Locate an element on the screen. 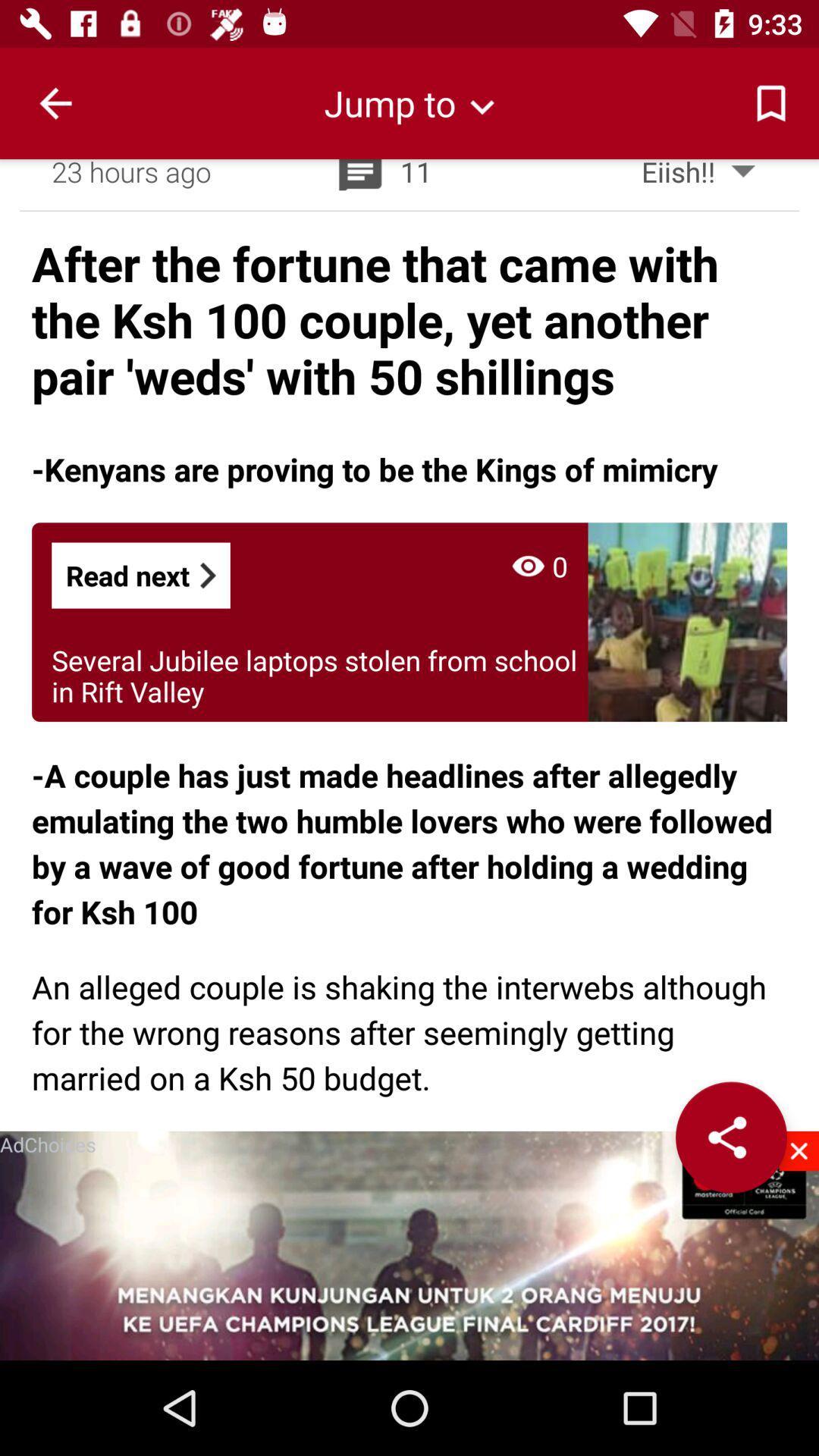 This screenshot has height=1456, width=819. the an alleged couple is located at coordinates (409, 1031).